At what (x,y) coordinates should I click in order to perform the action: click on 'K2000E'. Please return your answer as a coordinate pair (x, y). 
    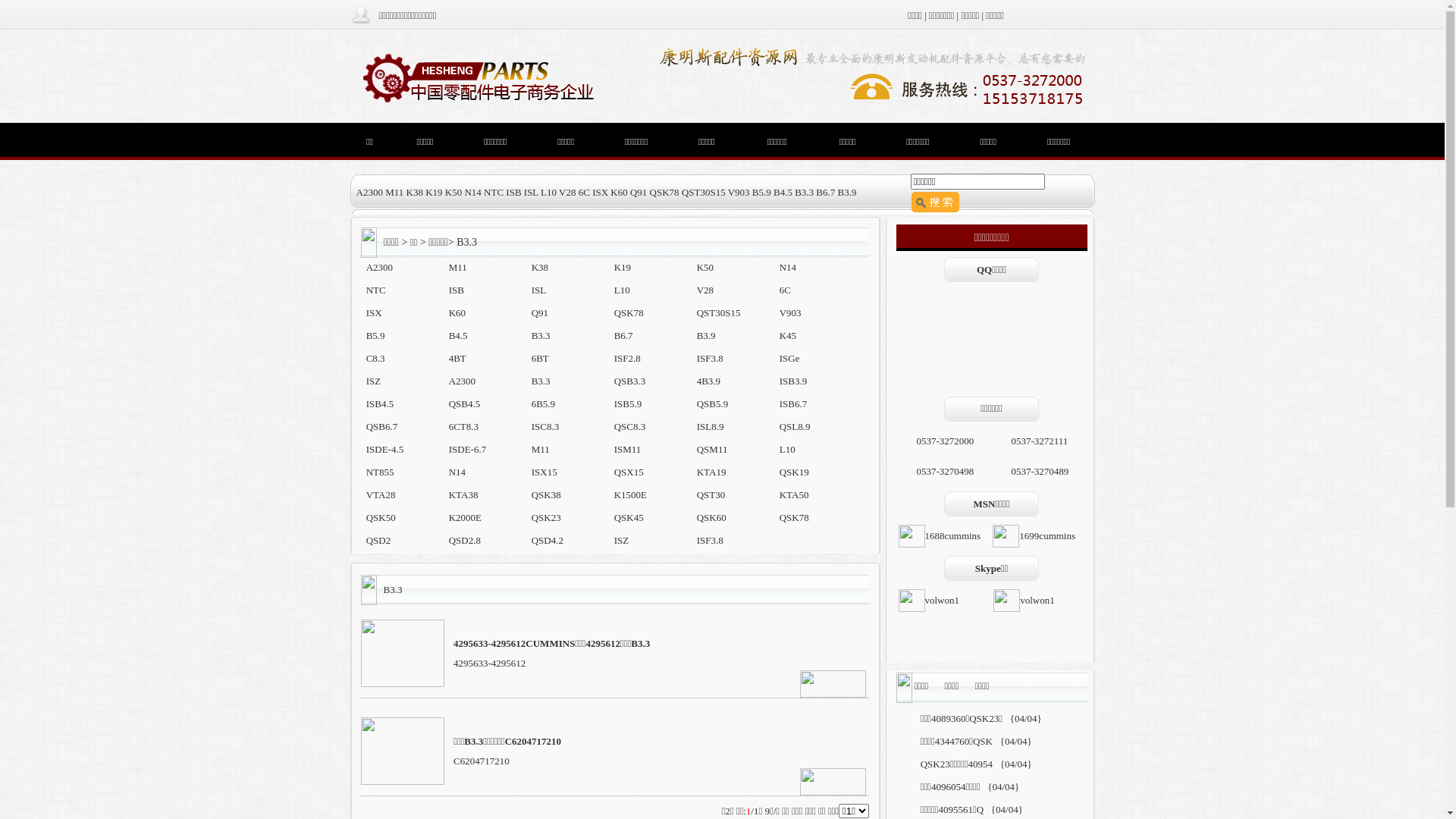
    Looking at the image, I should click on (464, 516).